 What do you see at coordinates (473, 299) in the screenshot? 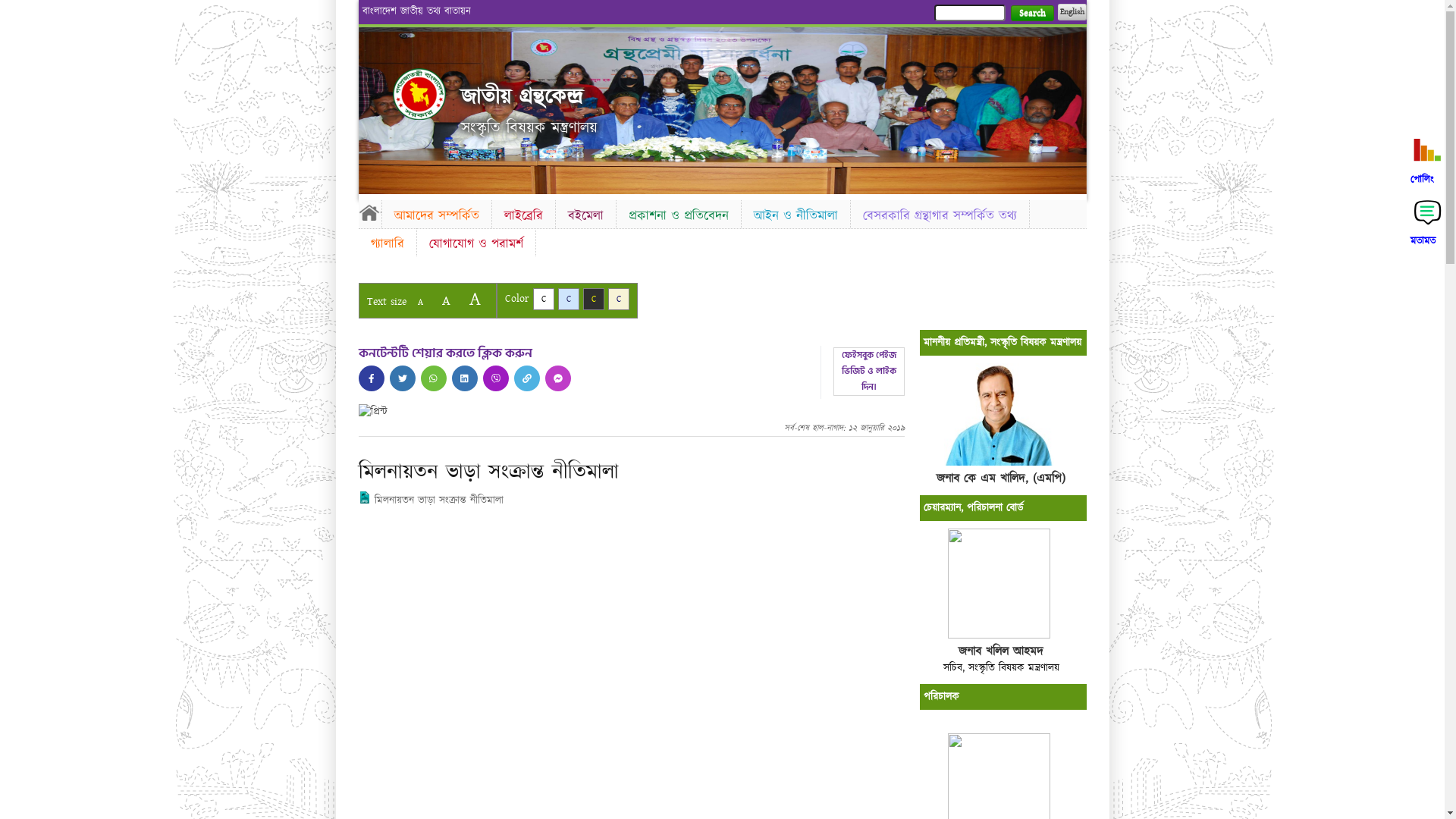
I see `'A'` at bounding box center [473, 299].